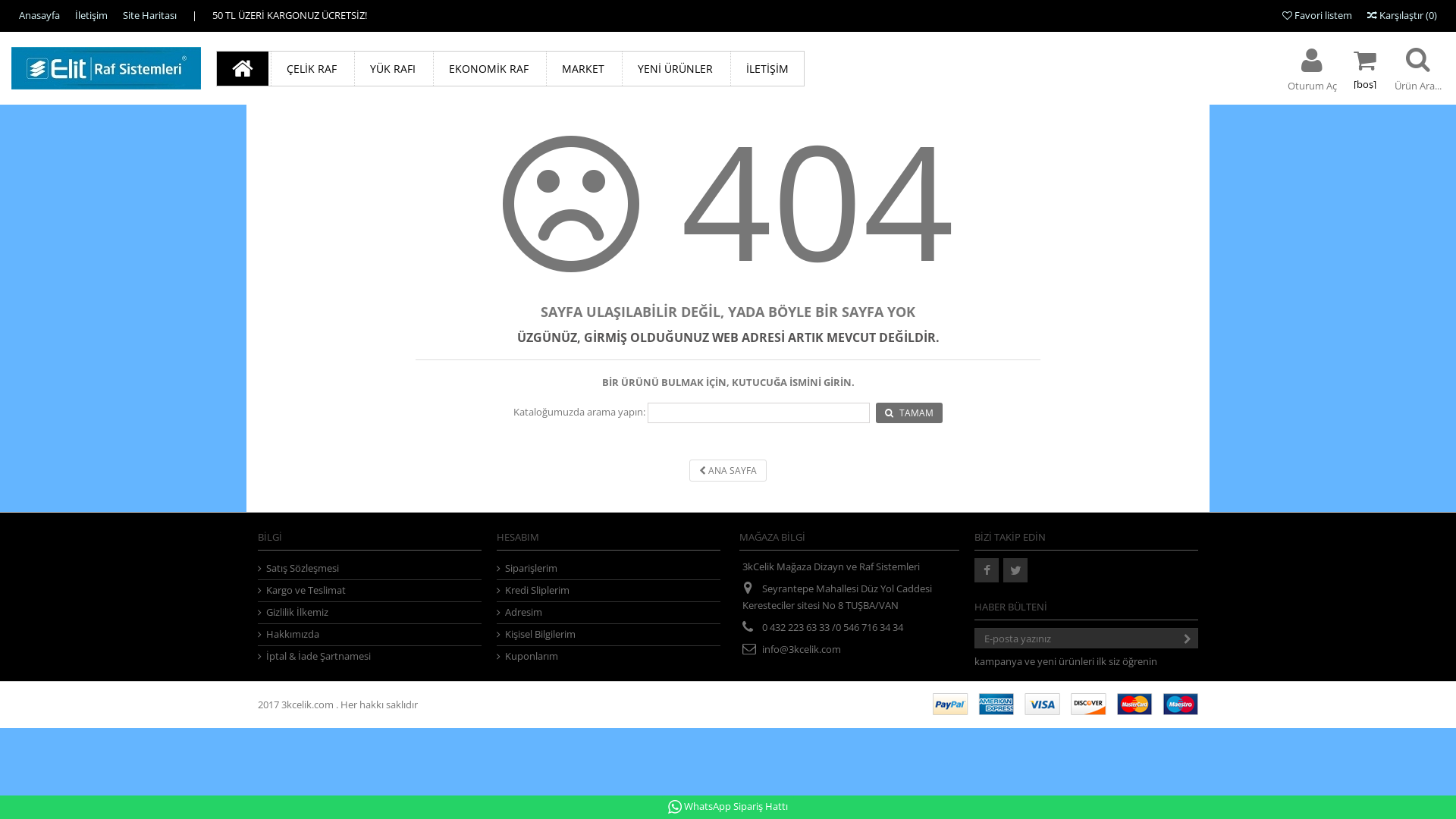  I want to click on '3kcelik.com ', so click(308, 704).